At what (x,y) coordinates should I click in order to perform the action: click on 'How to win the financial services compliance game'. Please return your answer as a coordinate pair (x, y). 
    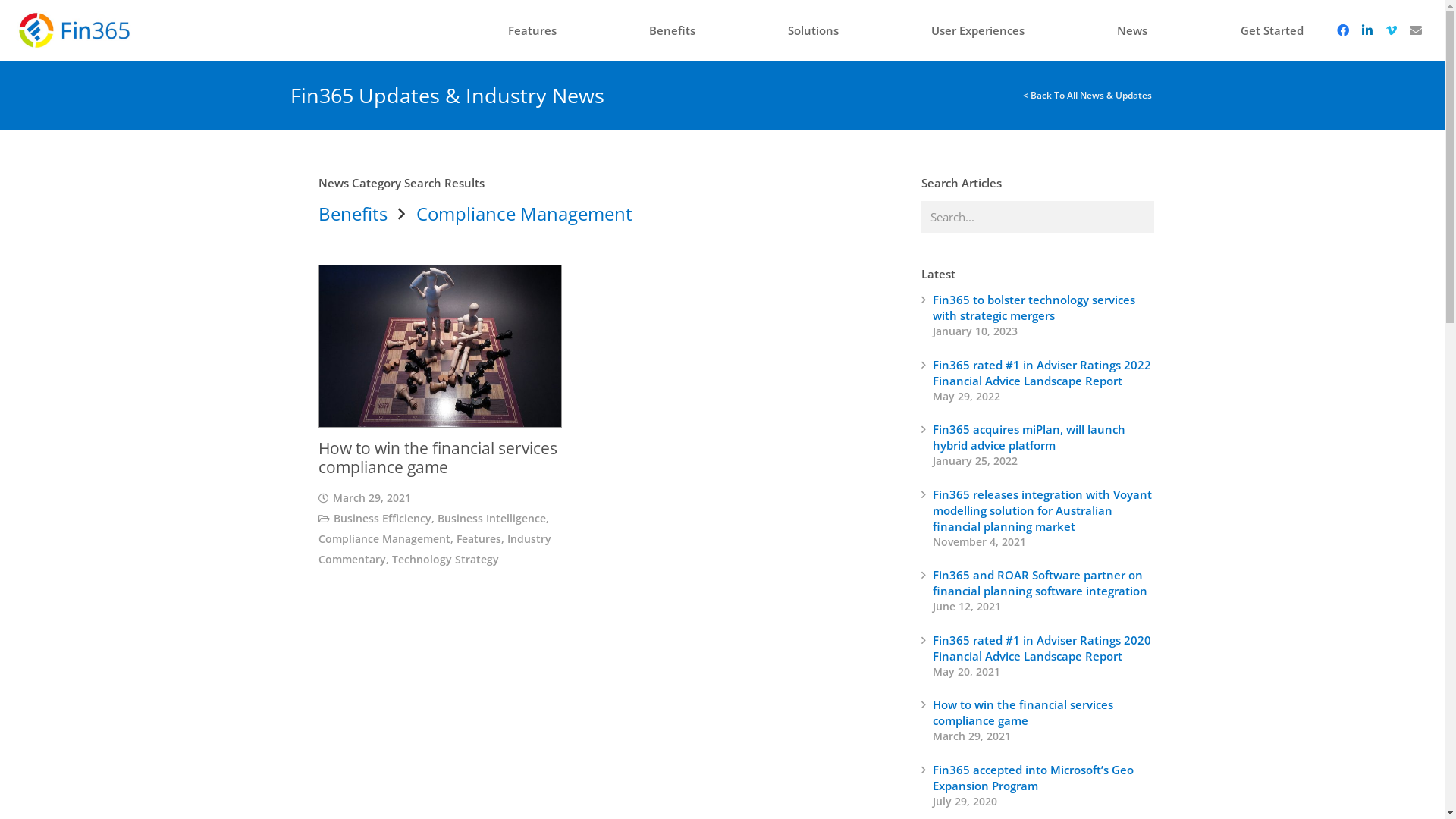
    Looking at the image, I should click on (437, 457).